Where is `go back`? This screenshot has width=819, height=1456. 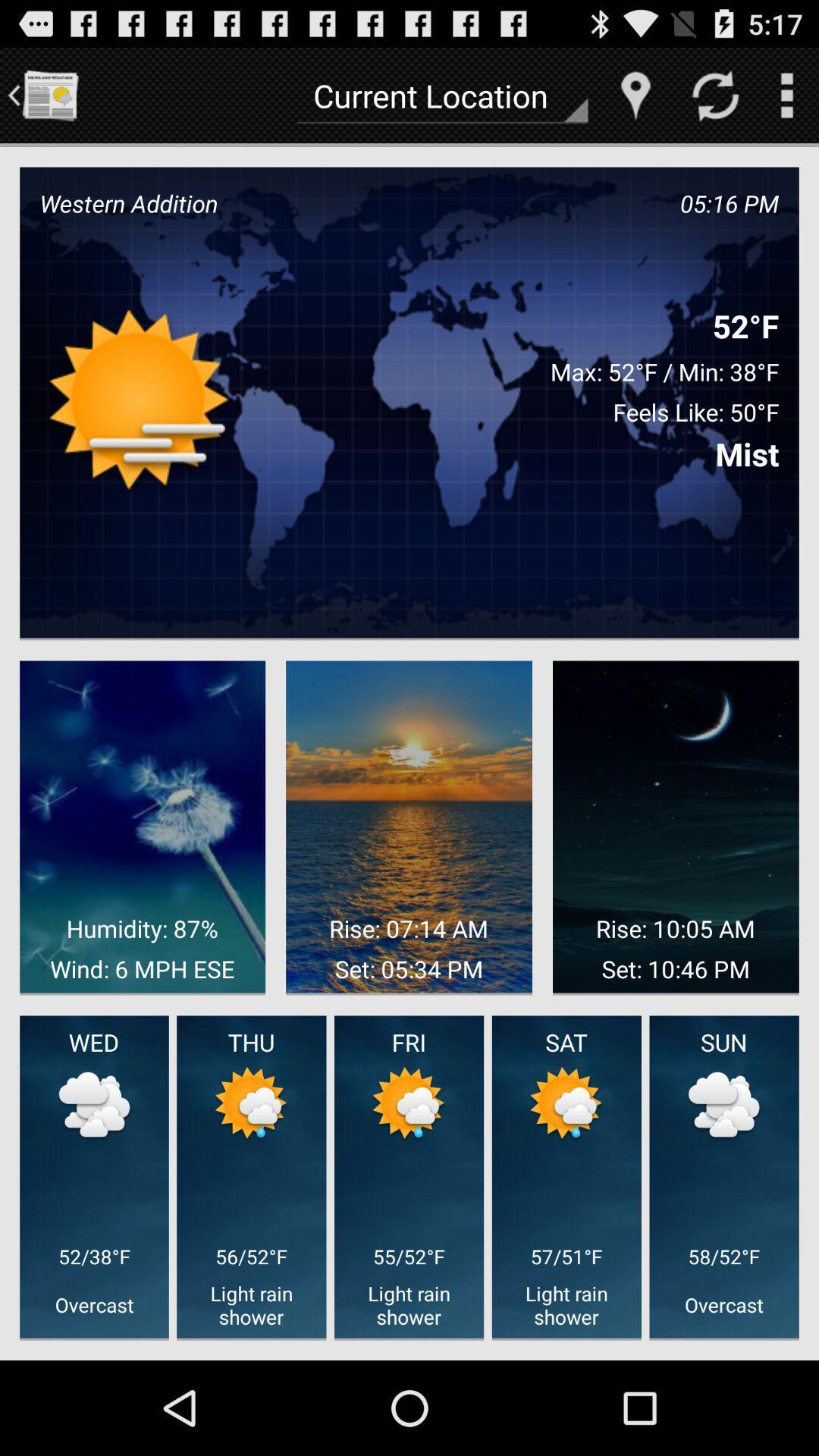 go back is located at coordinates (49, 94).